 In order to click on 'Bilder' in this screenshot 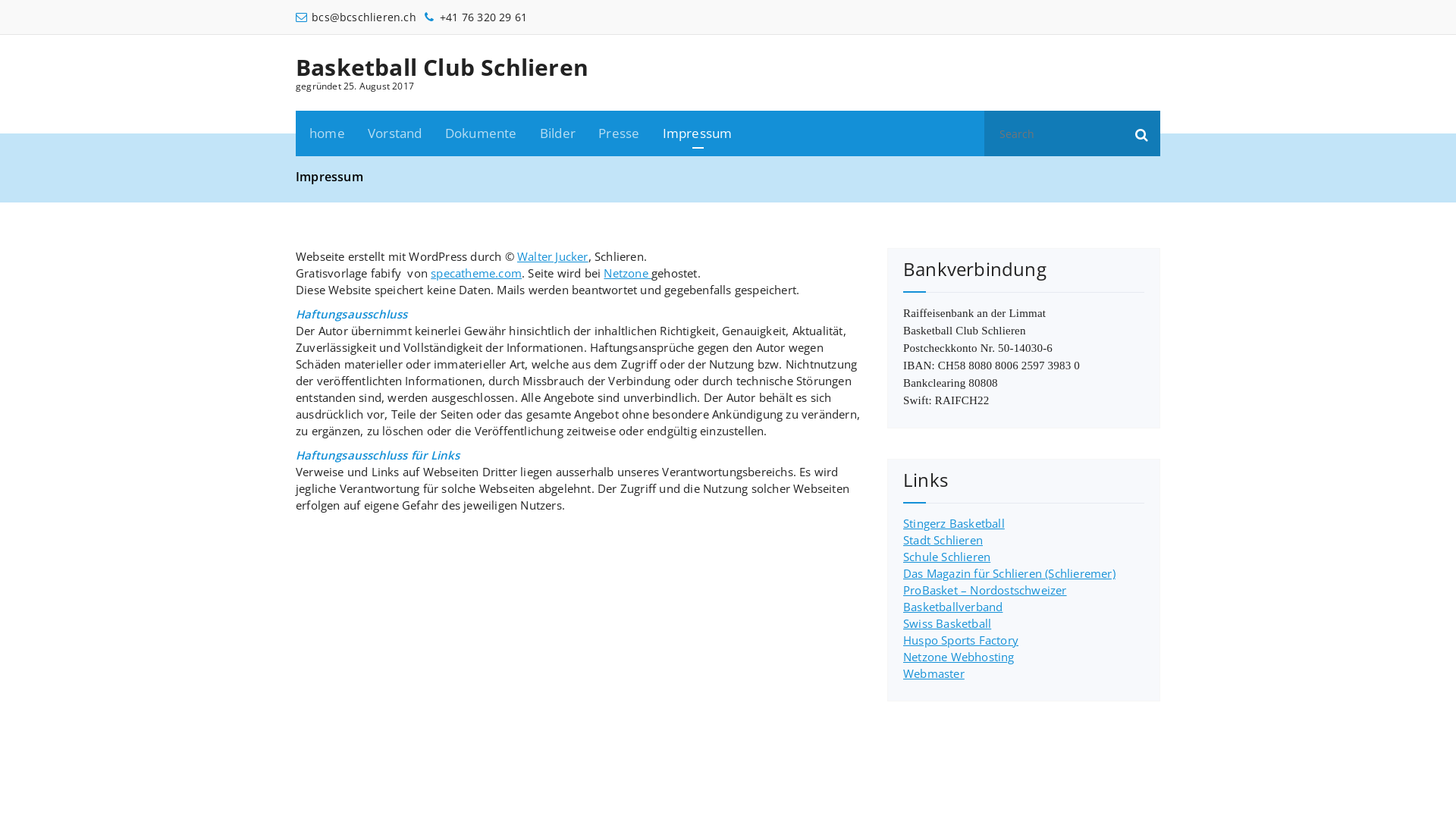, I will do `click(557, 133)`.